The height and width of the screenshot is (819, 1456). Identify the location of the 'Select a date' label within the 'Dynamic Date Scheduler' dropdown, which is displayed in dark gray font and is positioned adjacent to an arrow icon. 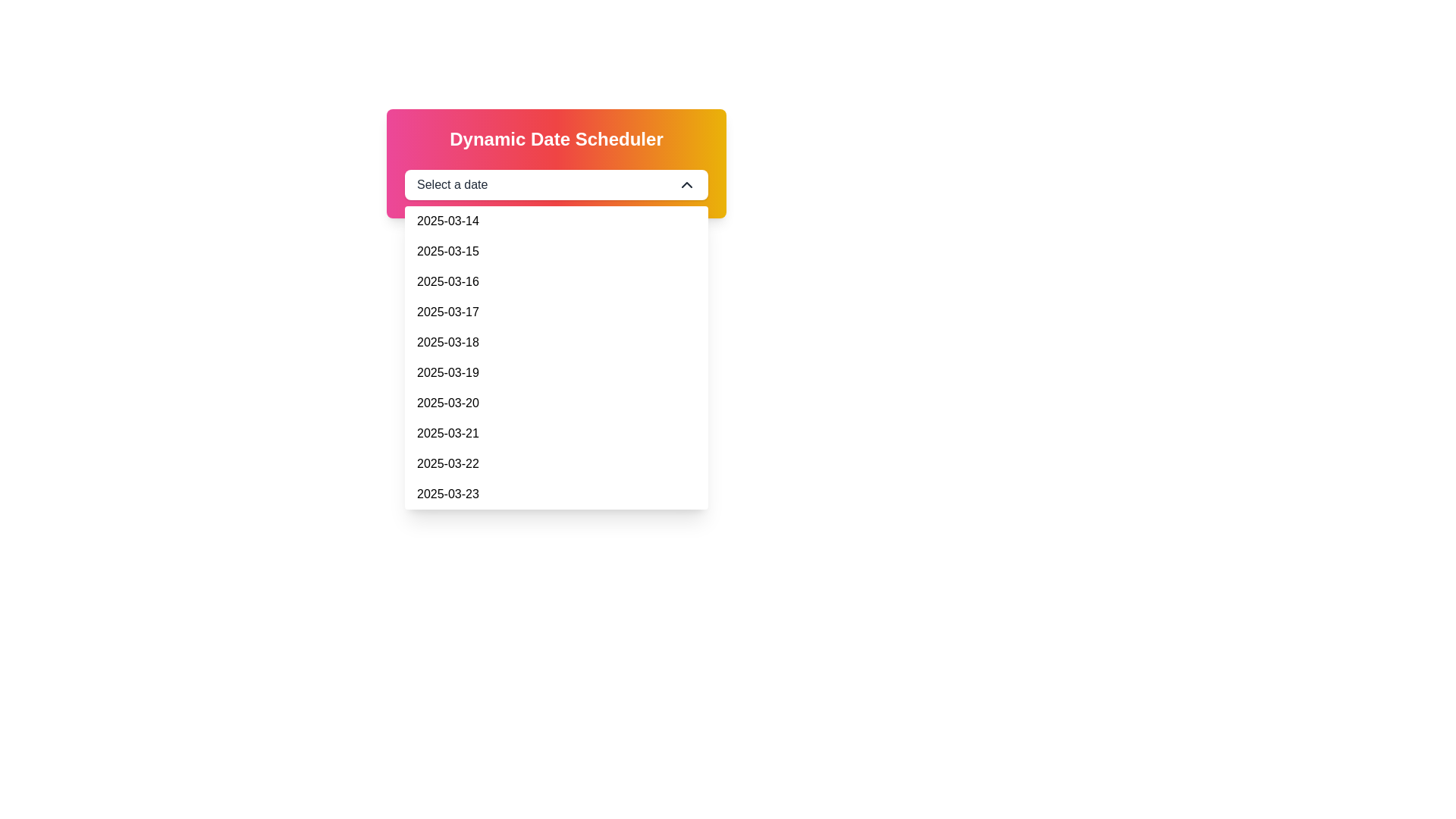
(451, 184).